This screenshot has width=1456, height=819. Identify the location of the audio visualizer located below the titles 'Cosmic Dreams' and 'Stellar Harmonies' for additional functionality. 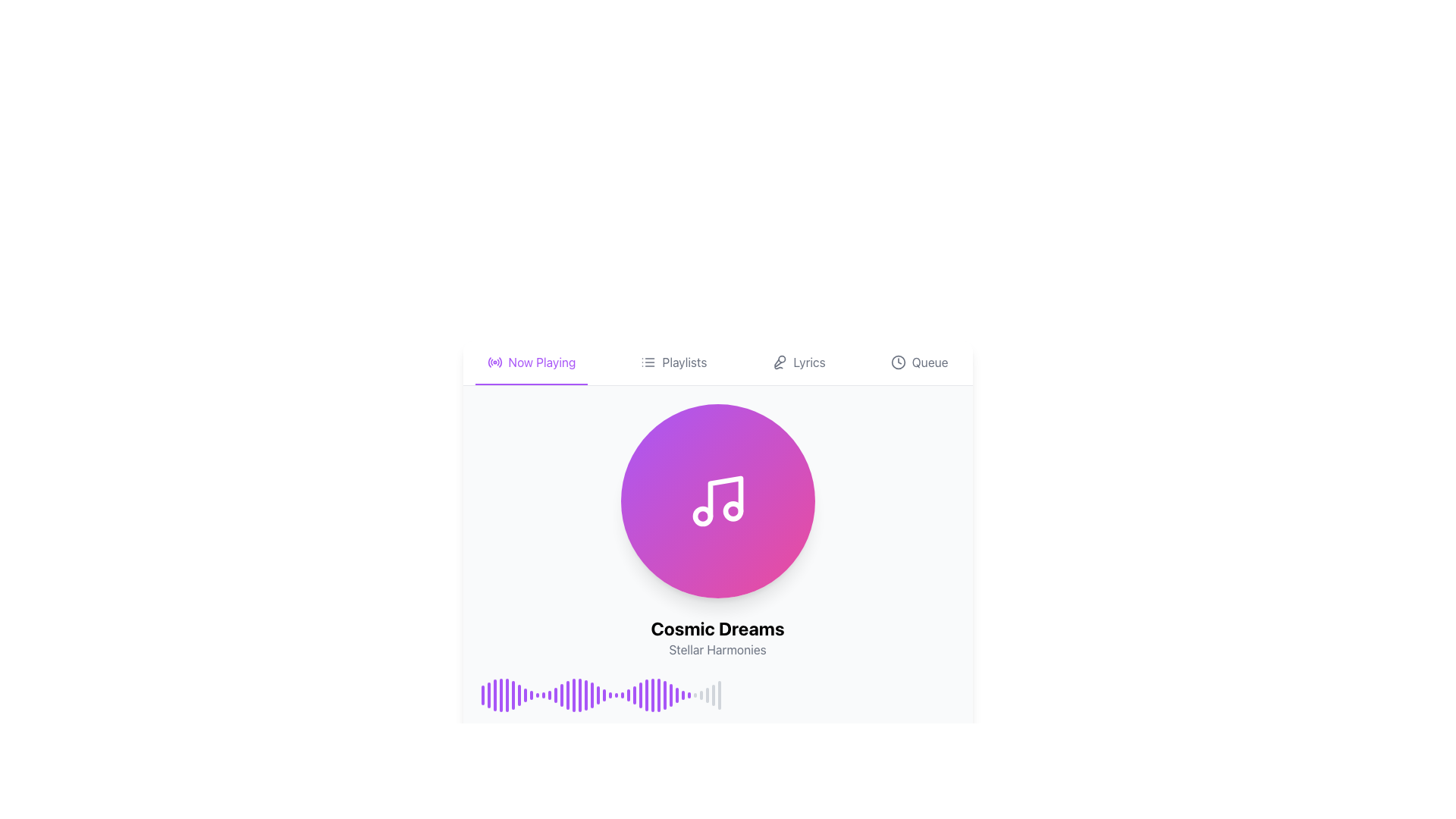
(717, 695).